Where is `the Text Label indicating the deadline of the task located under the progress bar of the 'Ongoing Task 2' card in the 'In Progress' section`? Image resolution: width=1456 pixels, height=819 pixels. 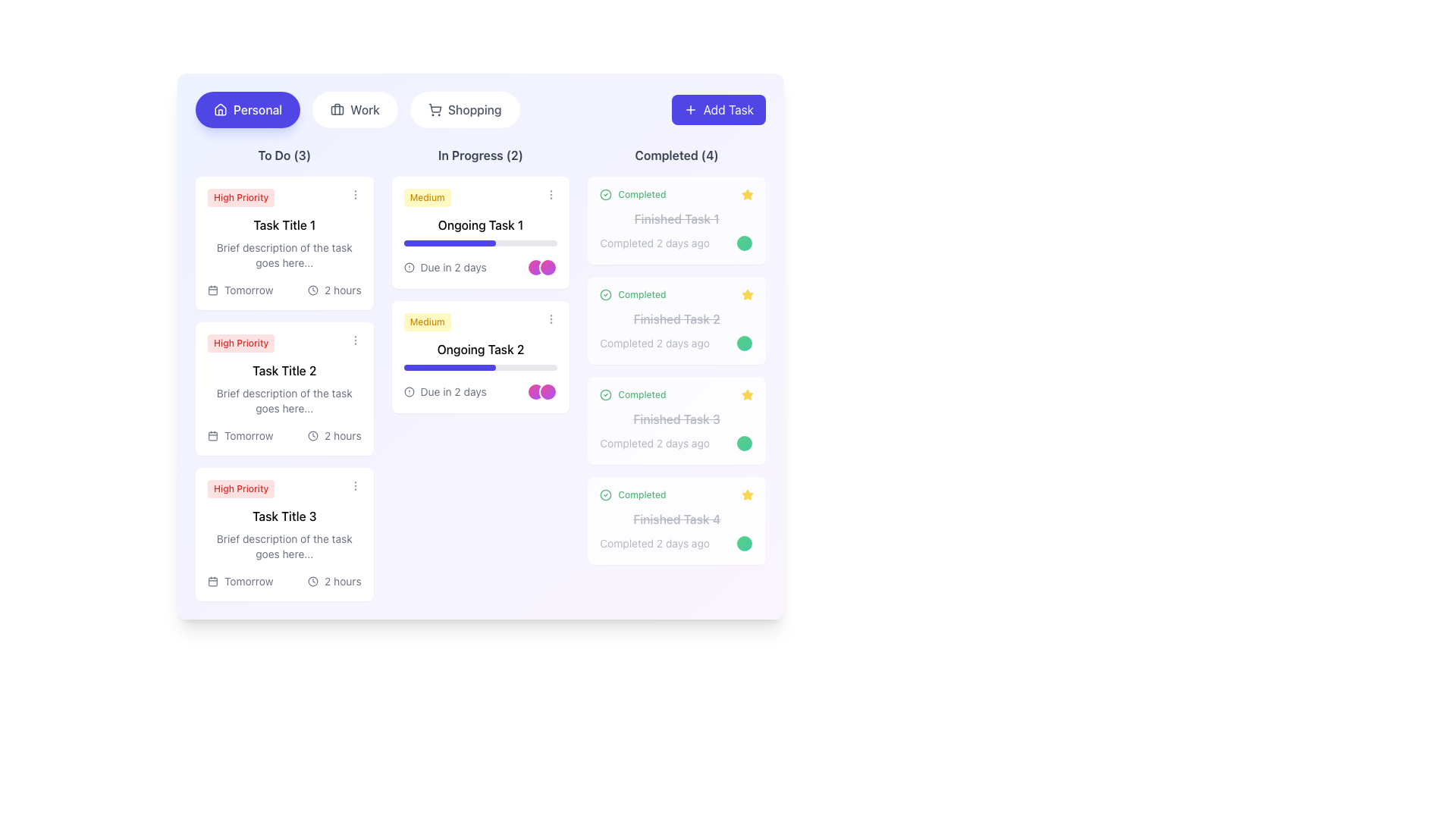
the Text Label indicating the deadline of the task located under the progress bar of the 'Ongoing Task 2' card in the 'In Progress' section is located at coordinates (453, 391).